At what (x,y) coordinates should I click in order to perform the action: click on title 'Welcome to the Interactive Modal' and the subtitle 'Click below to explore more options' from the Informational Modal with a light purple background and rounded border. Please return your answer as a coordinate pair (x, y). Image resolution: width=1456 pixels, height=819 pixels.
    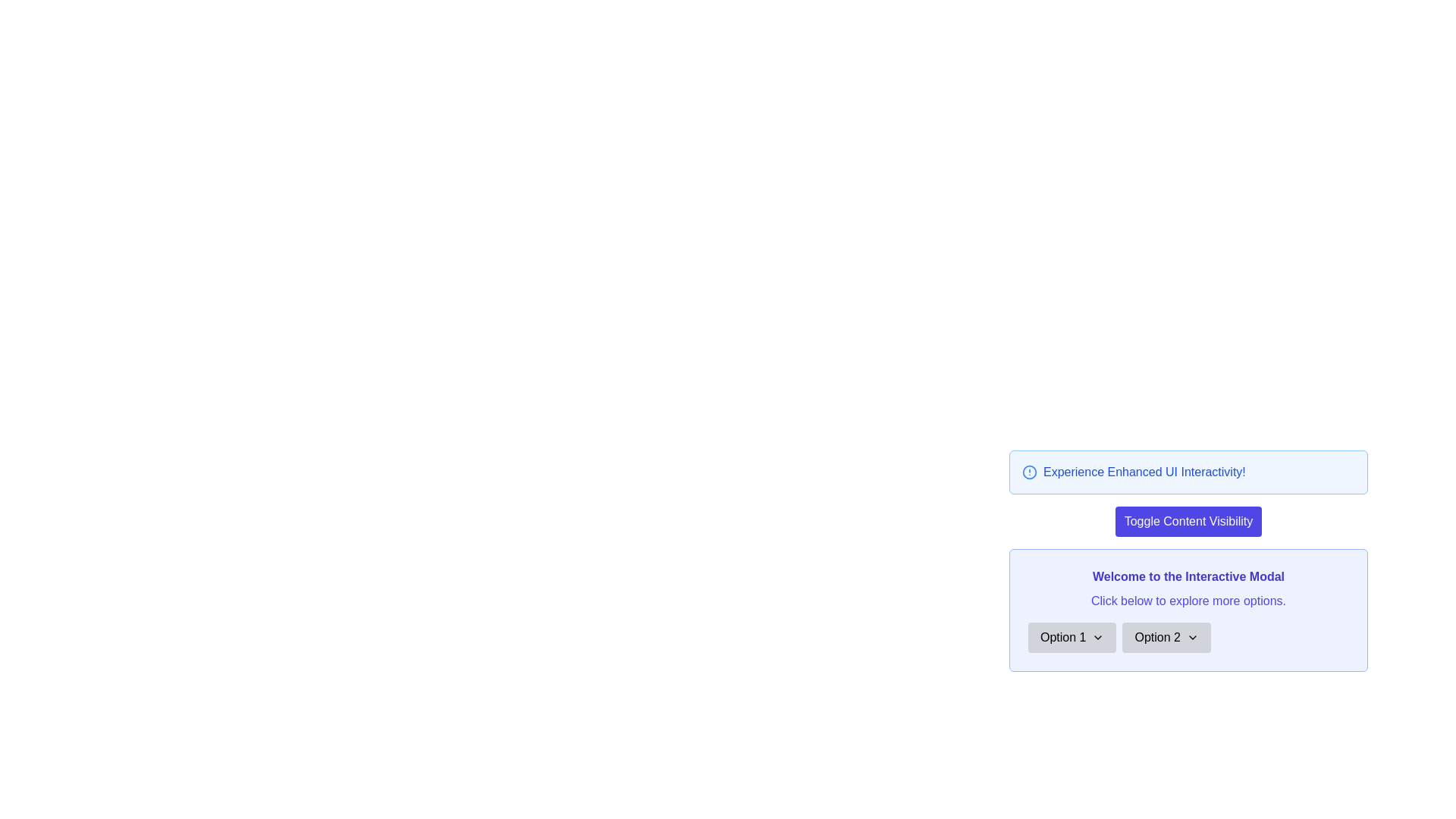
    Looking at the image, I should click on (1188, 561).